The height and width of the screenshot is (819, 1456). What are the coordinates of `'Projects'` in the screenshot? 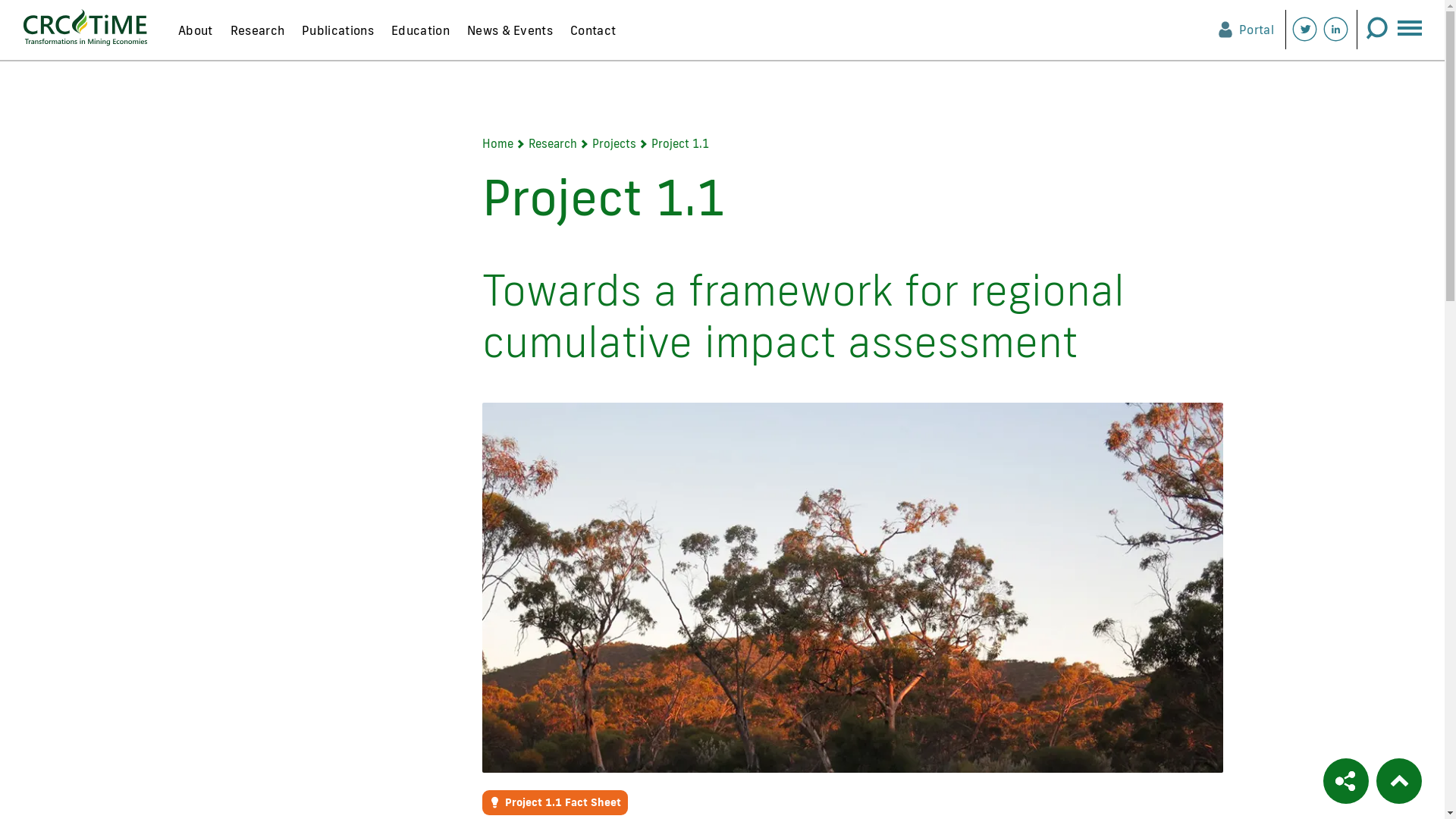 It's located at (614, 143).